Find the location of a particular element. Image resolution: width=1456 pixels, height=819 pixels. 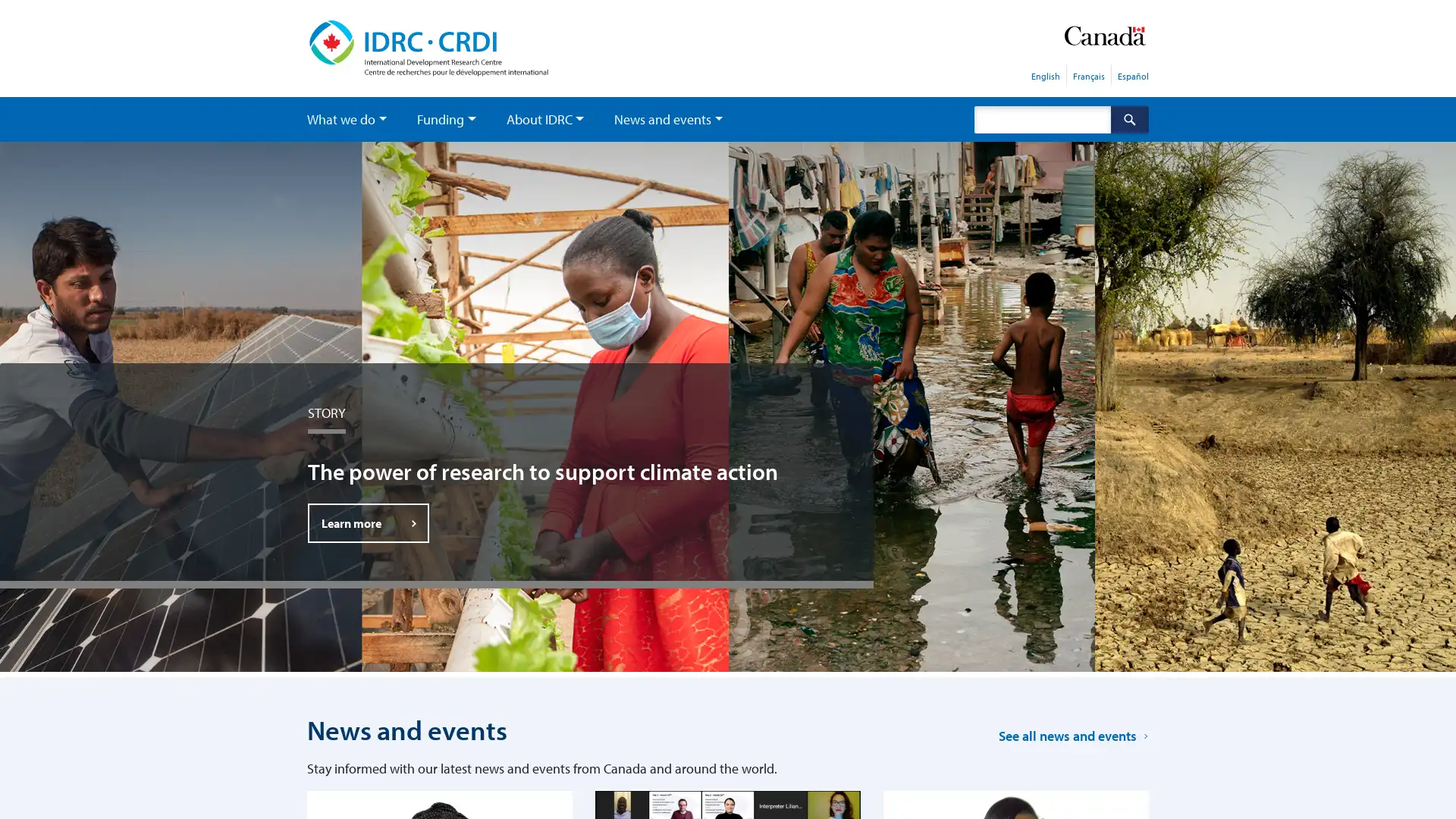

Search is located at coordinates (1129, 118).